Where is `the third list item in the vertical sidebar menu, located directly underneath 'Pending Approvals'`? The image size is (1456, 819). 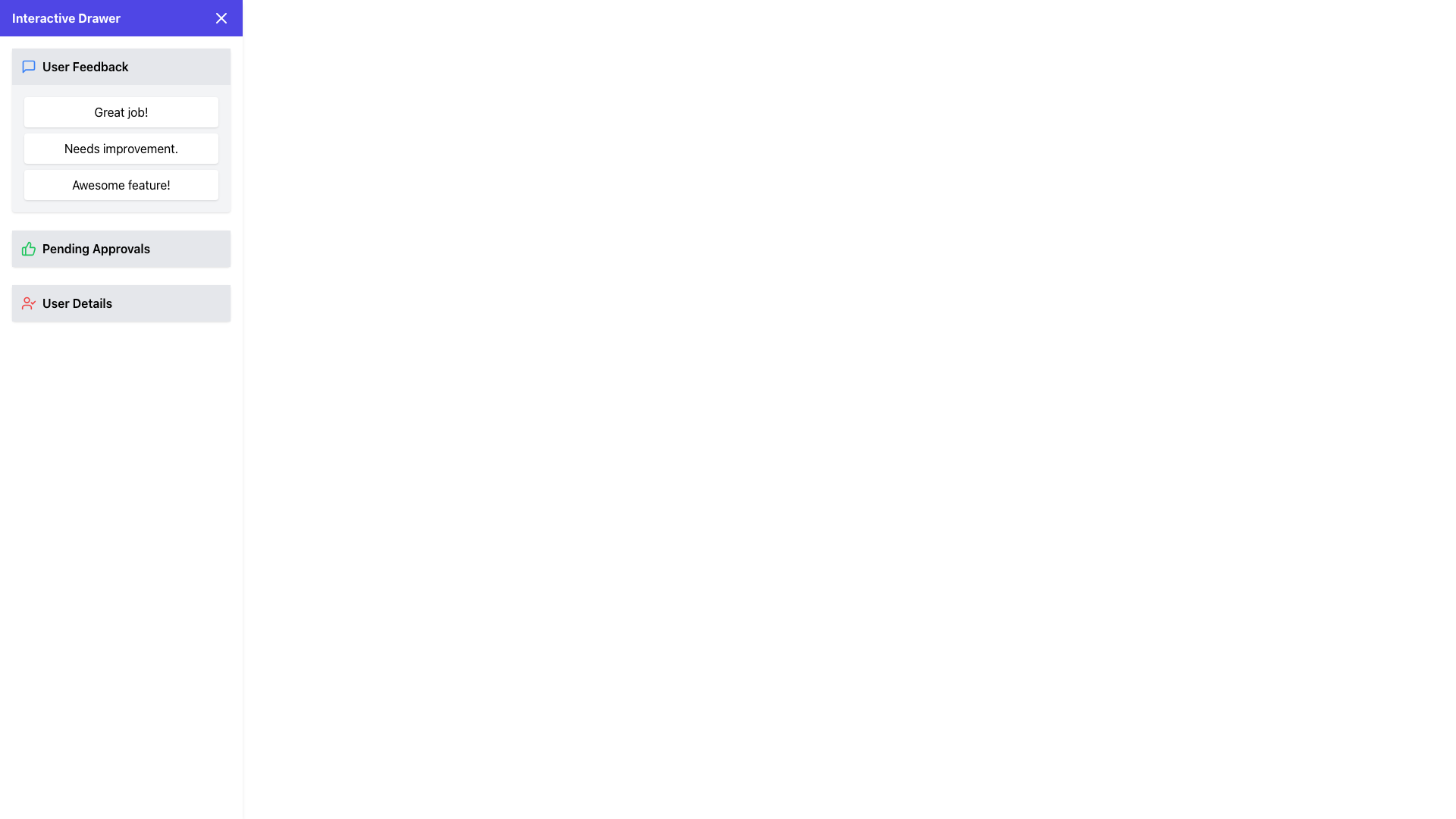 the third list item in the vertical sidebar menu, located directly underneath 'Pending Approvals' is located at coordinates (66, 303).